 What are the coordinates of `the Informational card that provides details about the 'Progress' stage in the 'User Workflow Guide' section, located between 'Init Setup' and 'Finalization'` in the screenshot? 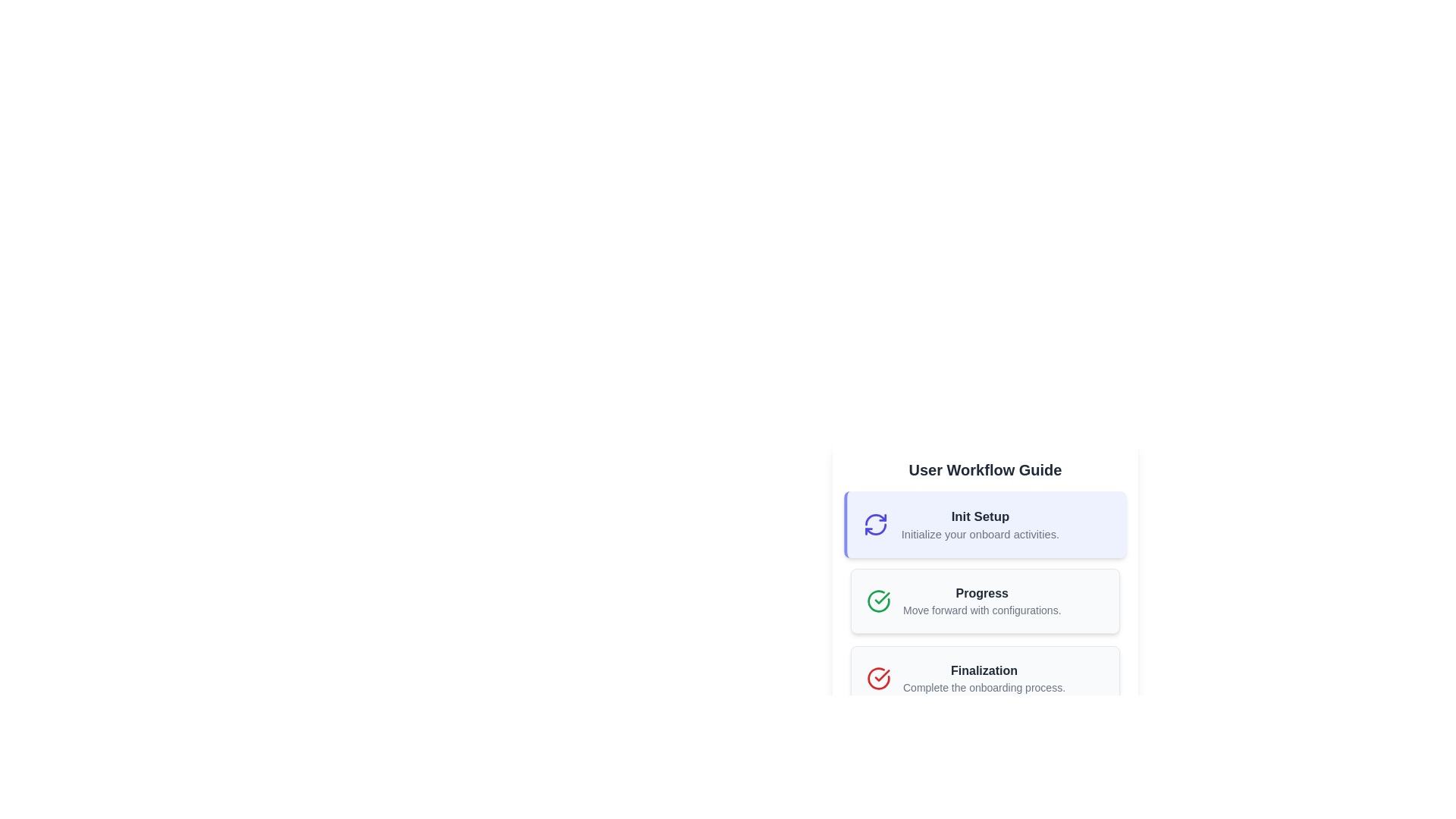 It's located at (985, 601).